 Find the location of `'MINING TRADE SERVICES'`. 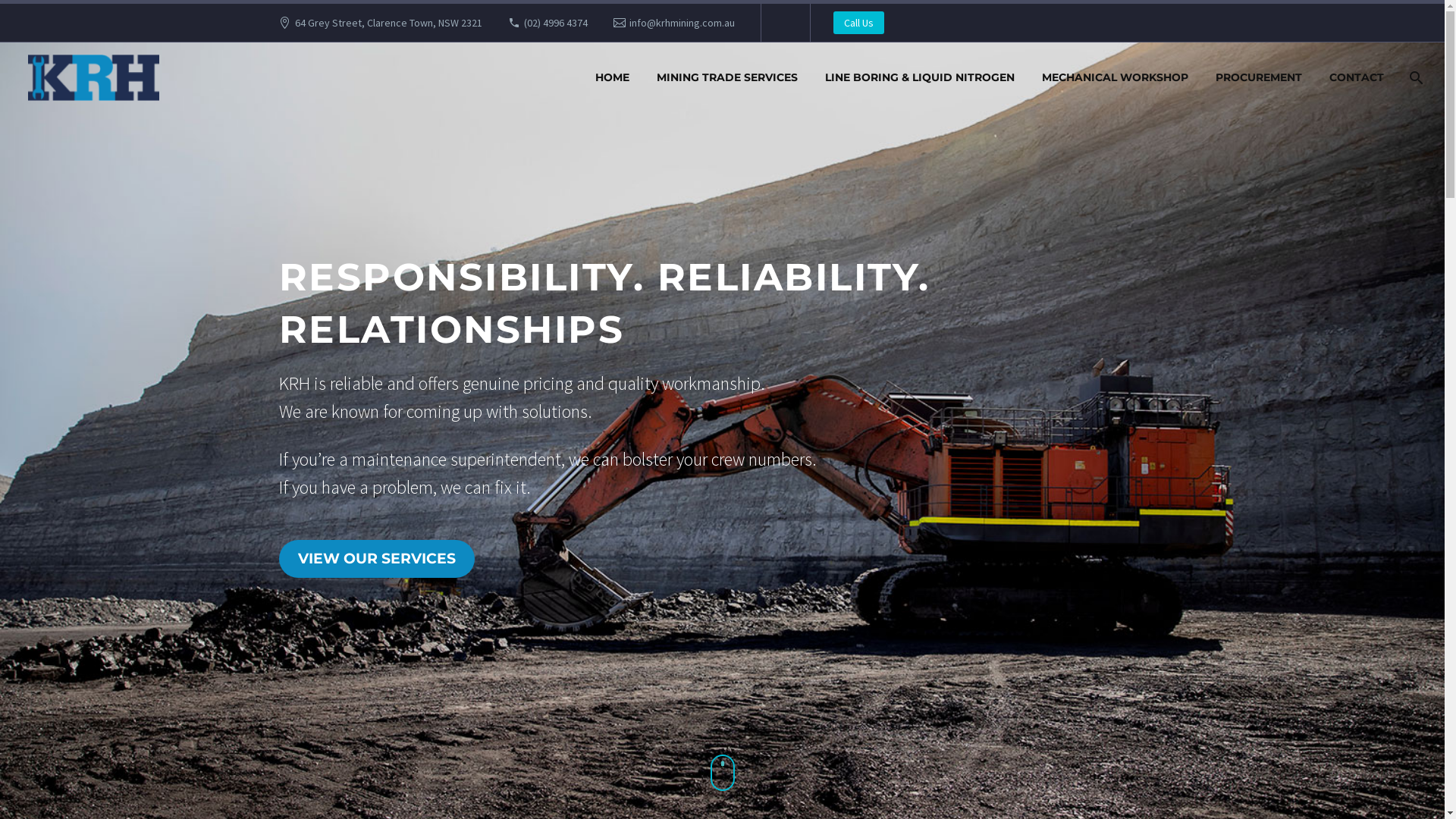

'MINING TRADE SERVICES' is located at coordinates (726, 77).